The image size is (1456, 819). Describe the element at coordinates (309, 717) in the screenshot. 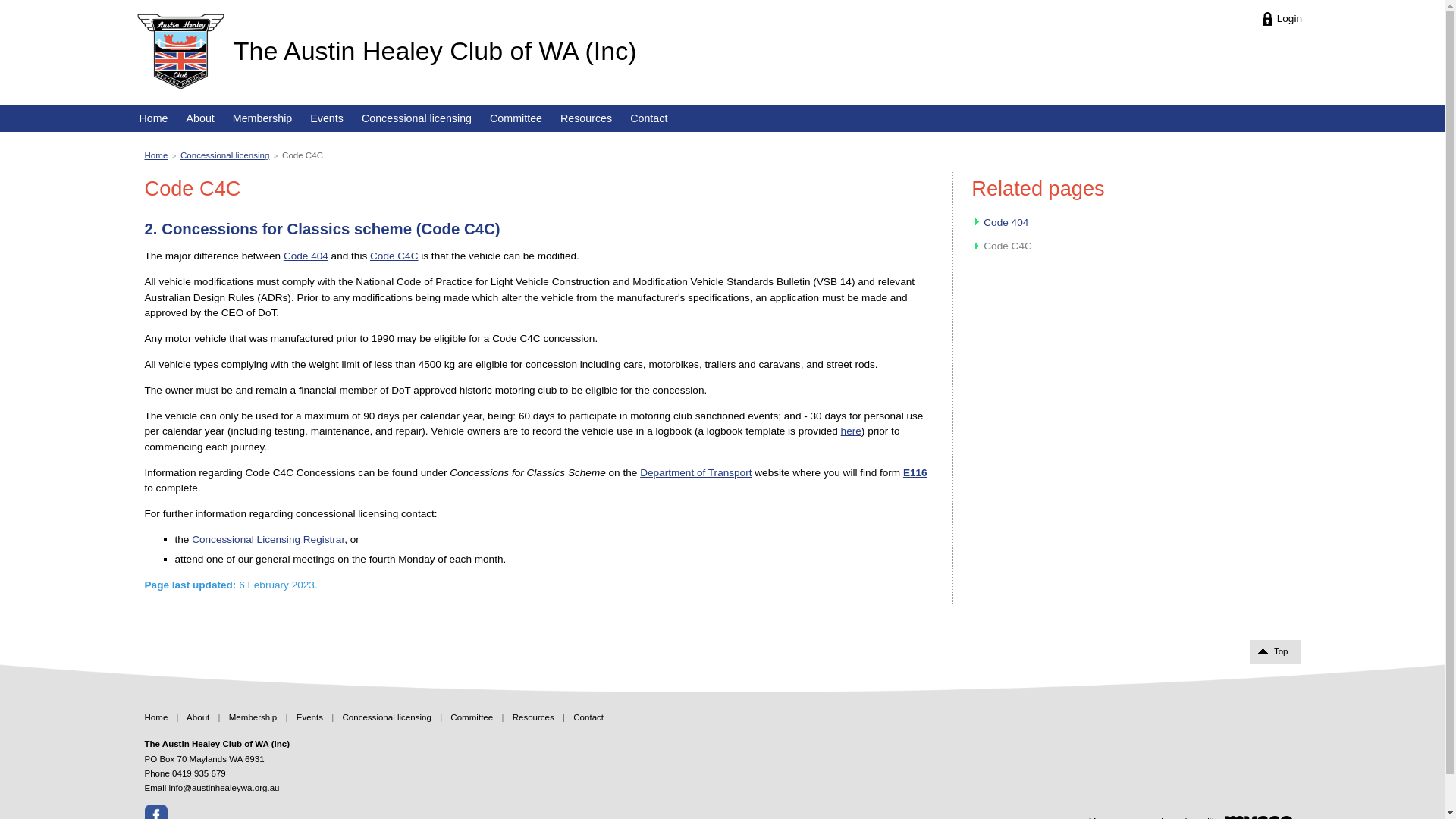

I see `'Events'` at that location.